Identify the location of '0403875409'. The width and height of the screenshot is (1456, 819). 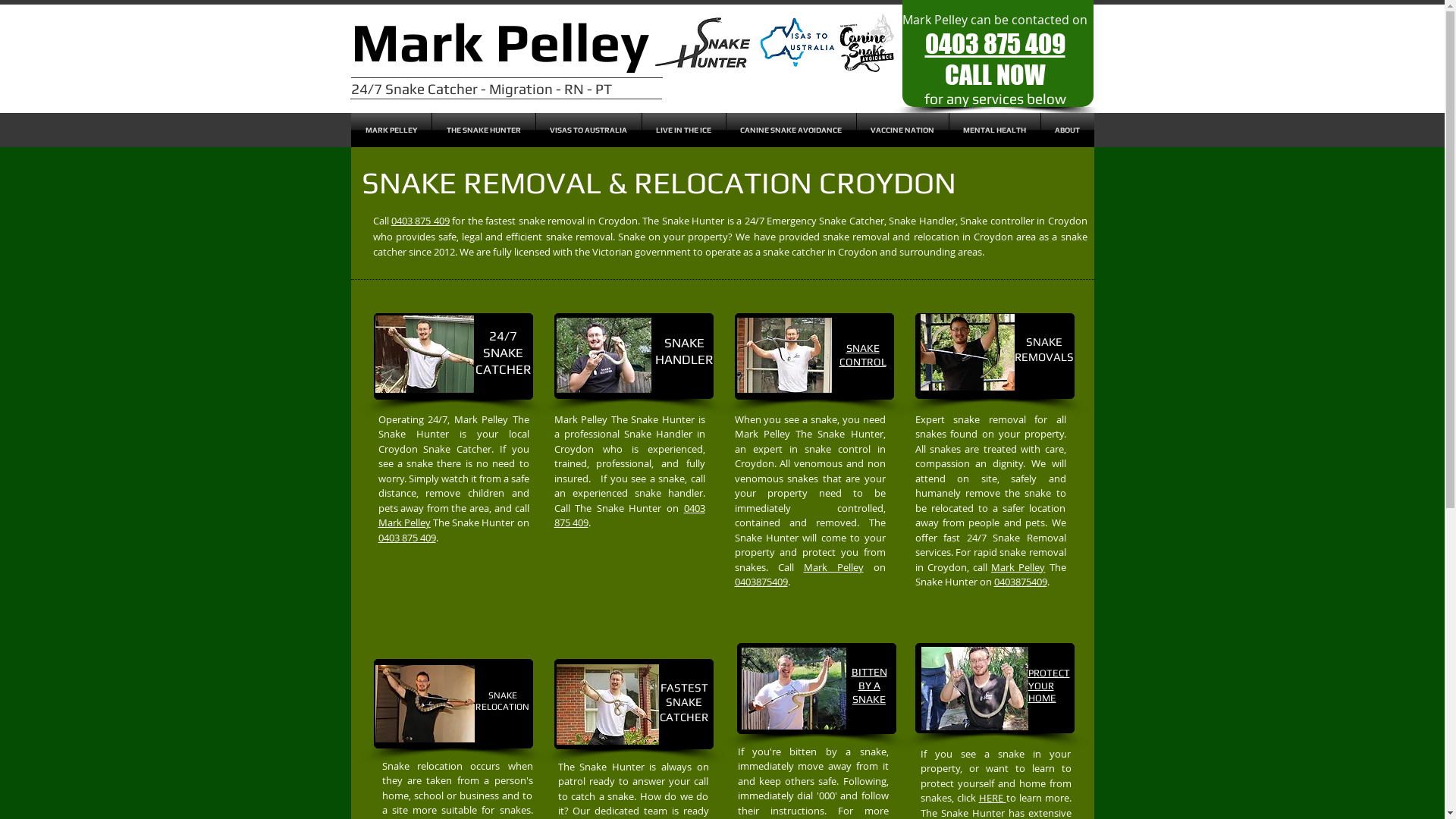
(761, 581).